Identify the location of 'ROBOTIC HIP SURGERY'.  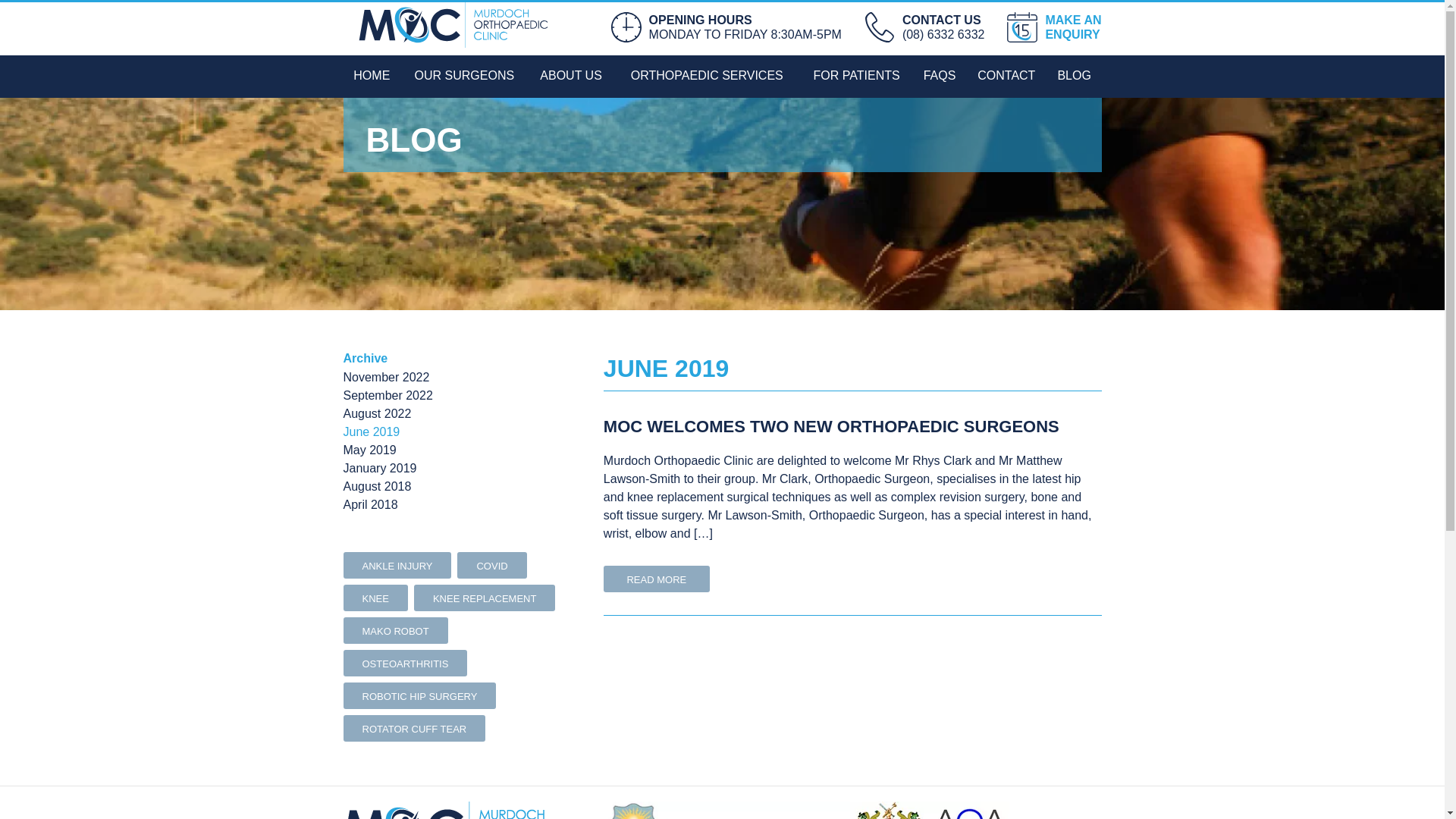
(419, 695).